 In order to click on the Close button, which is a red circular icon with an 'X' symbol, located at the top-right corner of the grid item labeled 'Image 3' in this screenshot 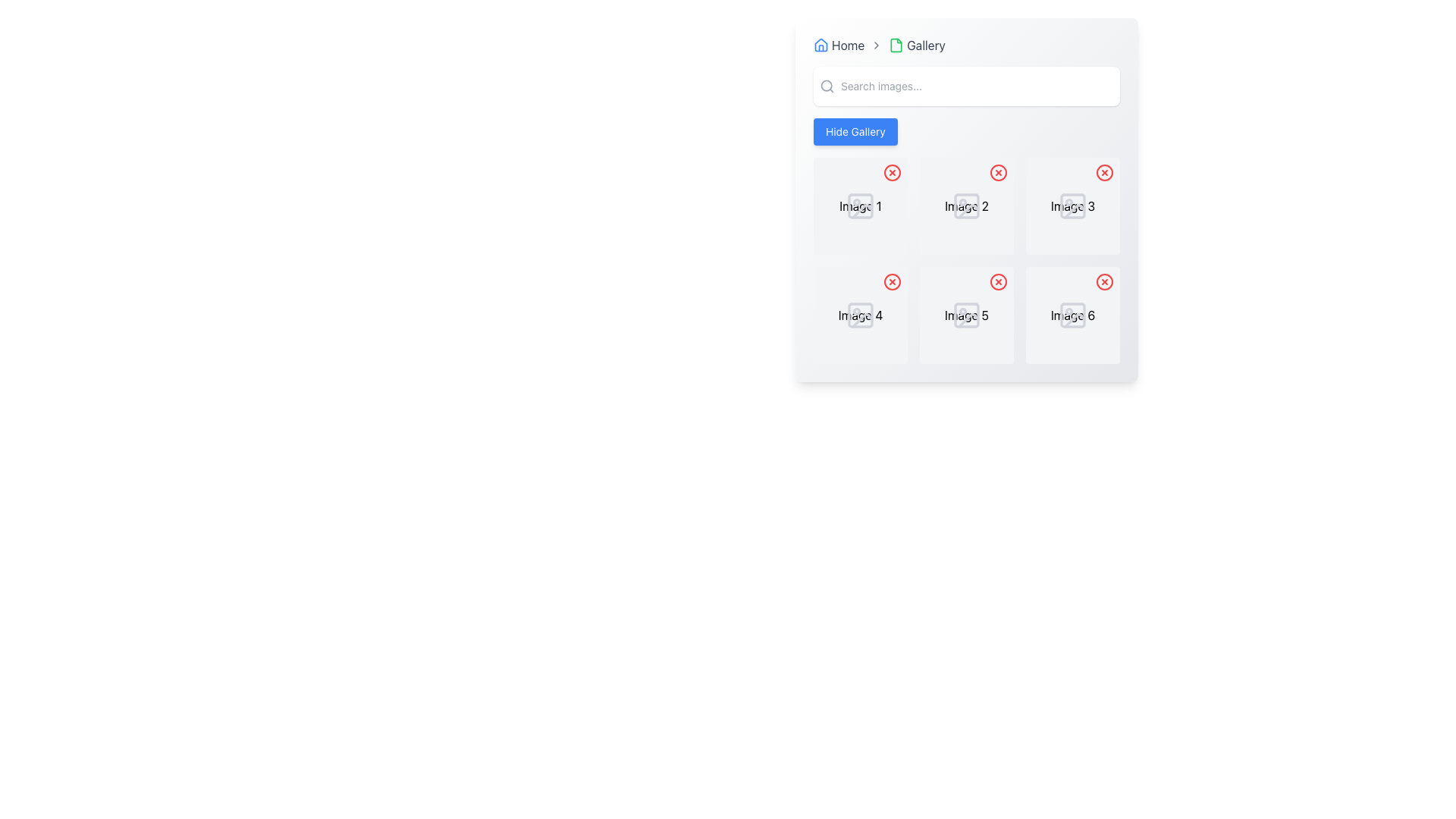, I will do `click(1105, 171)`.